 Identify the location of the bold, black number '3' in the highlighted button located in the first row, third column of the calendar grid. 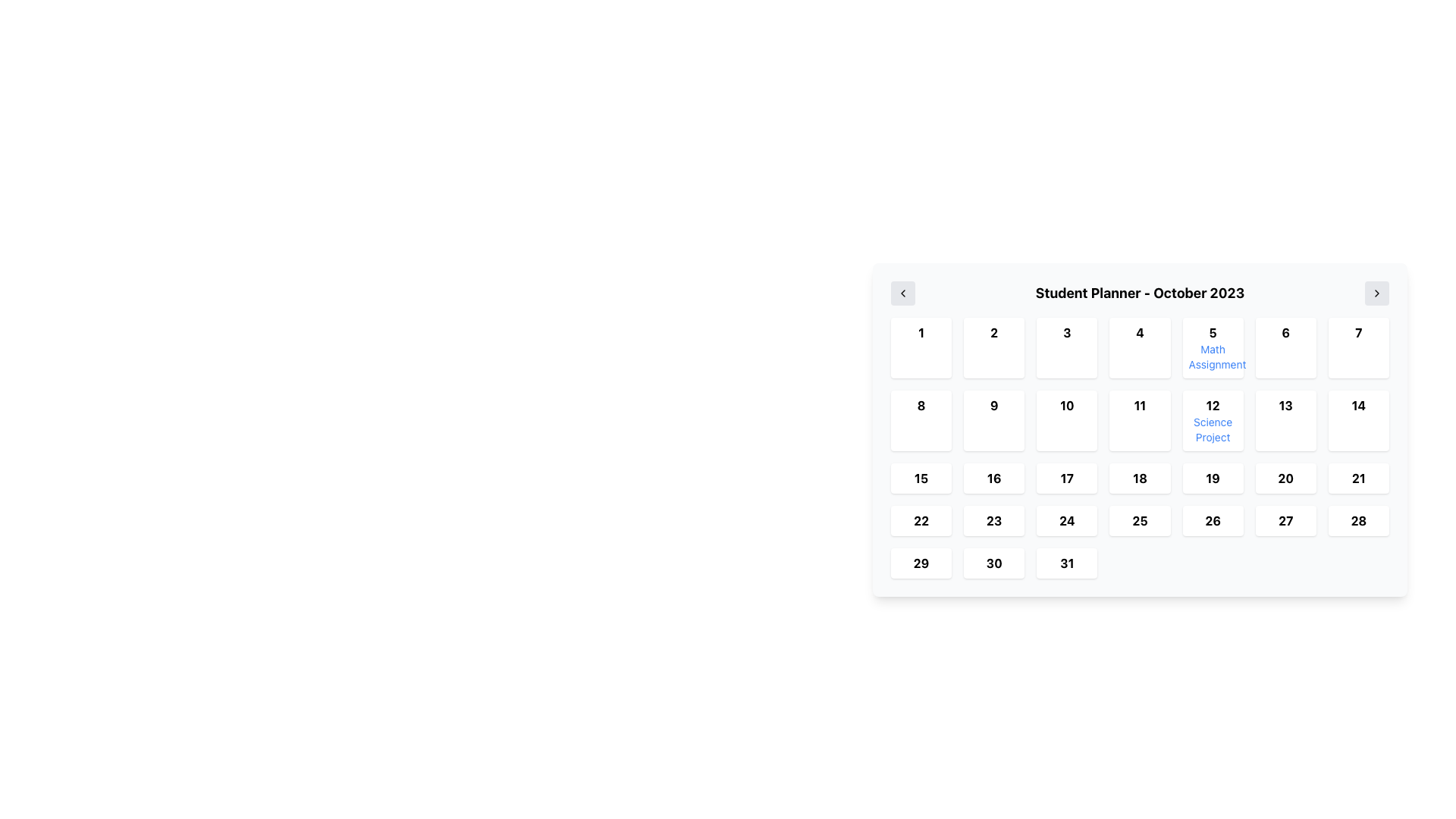
(1066, 332).